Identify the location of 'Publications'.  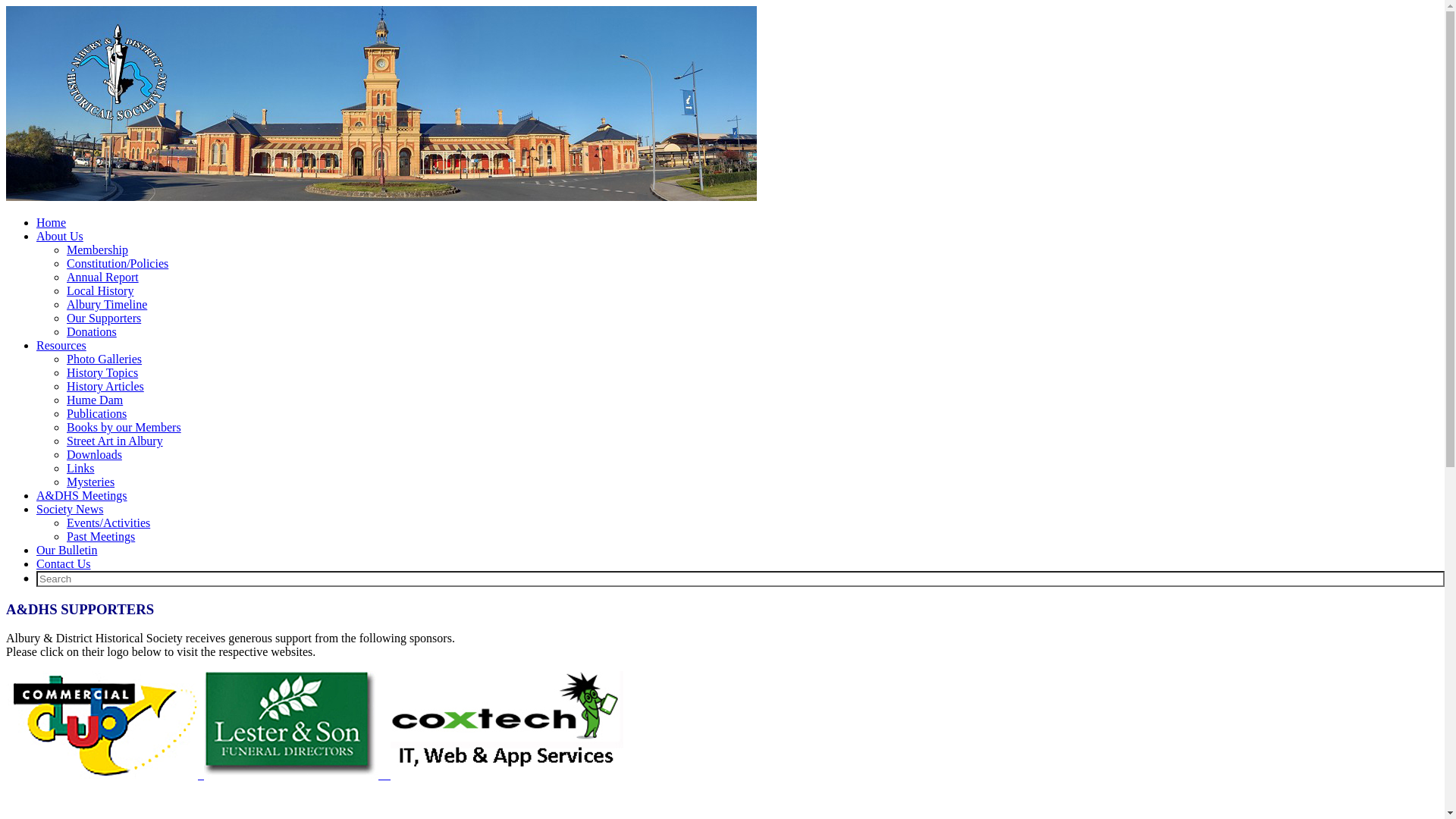
(96, 413).